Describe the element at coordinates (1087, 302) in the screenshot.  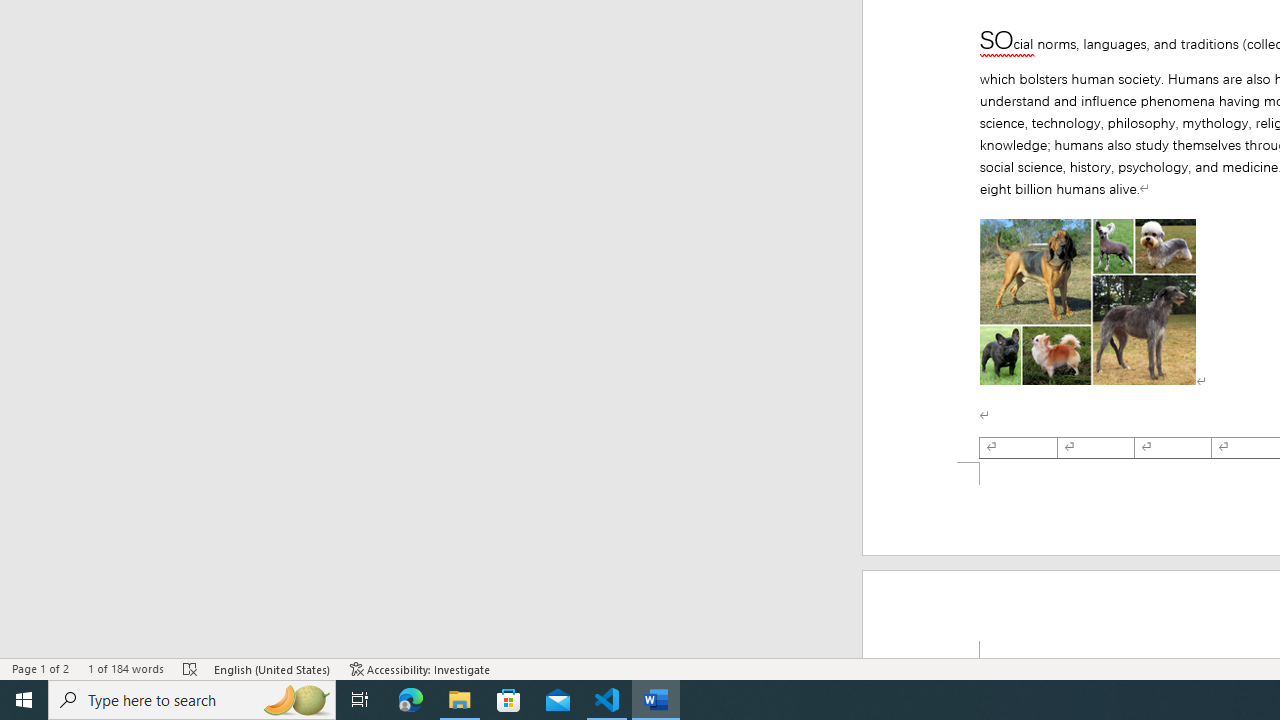
I see `'Morphological variation in six dogs'` at that location.